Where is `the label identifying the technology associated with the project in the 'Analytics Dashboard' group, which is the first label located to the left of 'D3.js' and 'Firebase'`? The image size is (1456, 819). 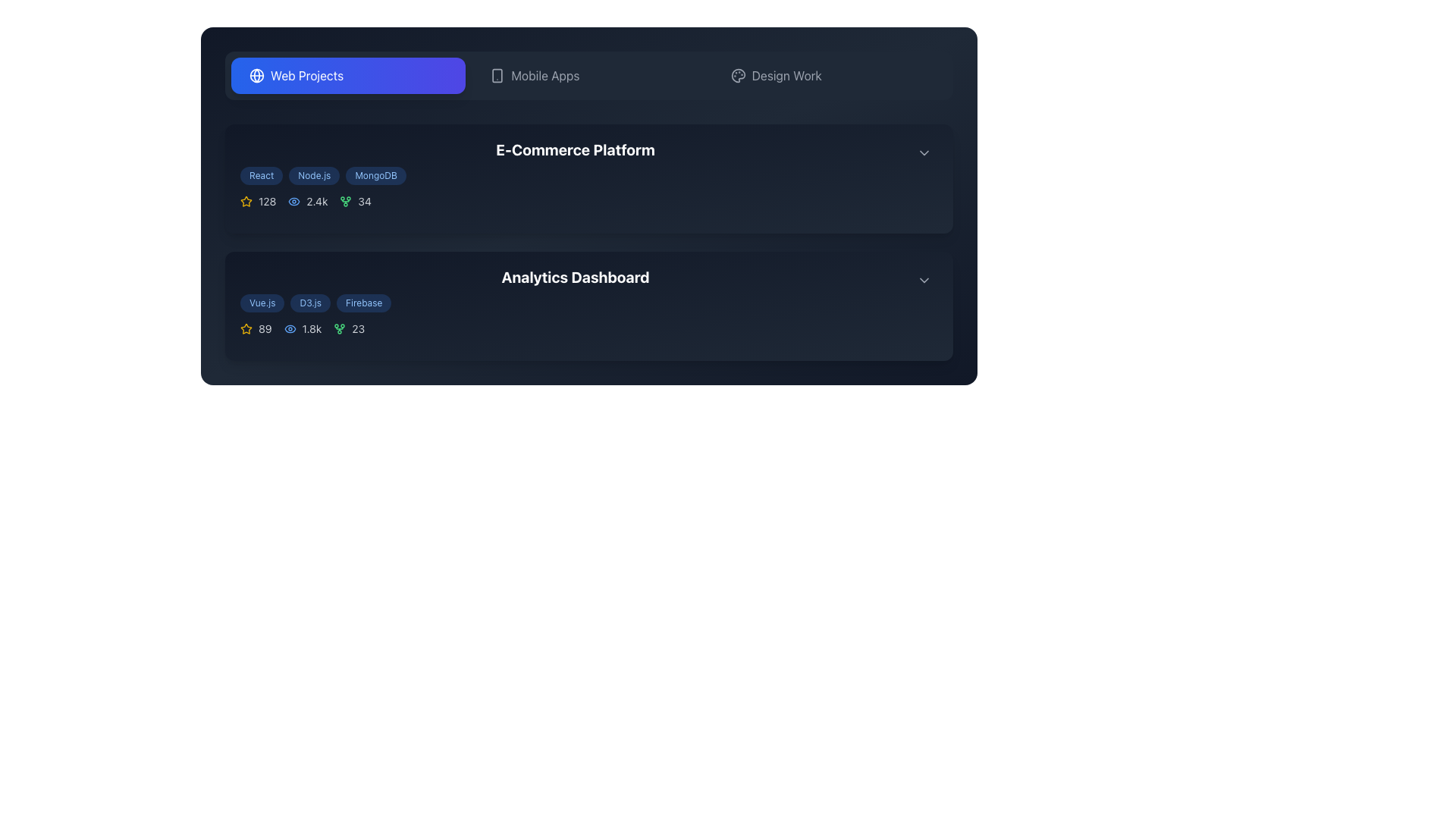
the label identifying the technology associated with the project in the 'Analytics Dashboard' group, which is the first label located to the left of 'D3.js' and 'Firebase' is located at coordinates (262, 303).